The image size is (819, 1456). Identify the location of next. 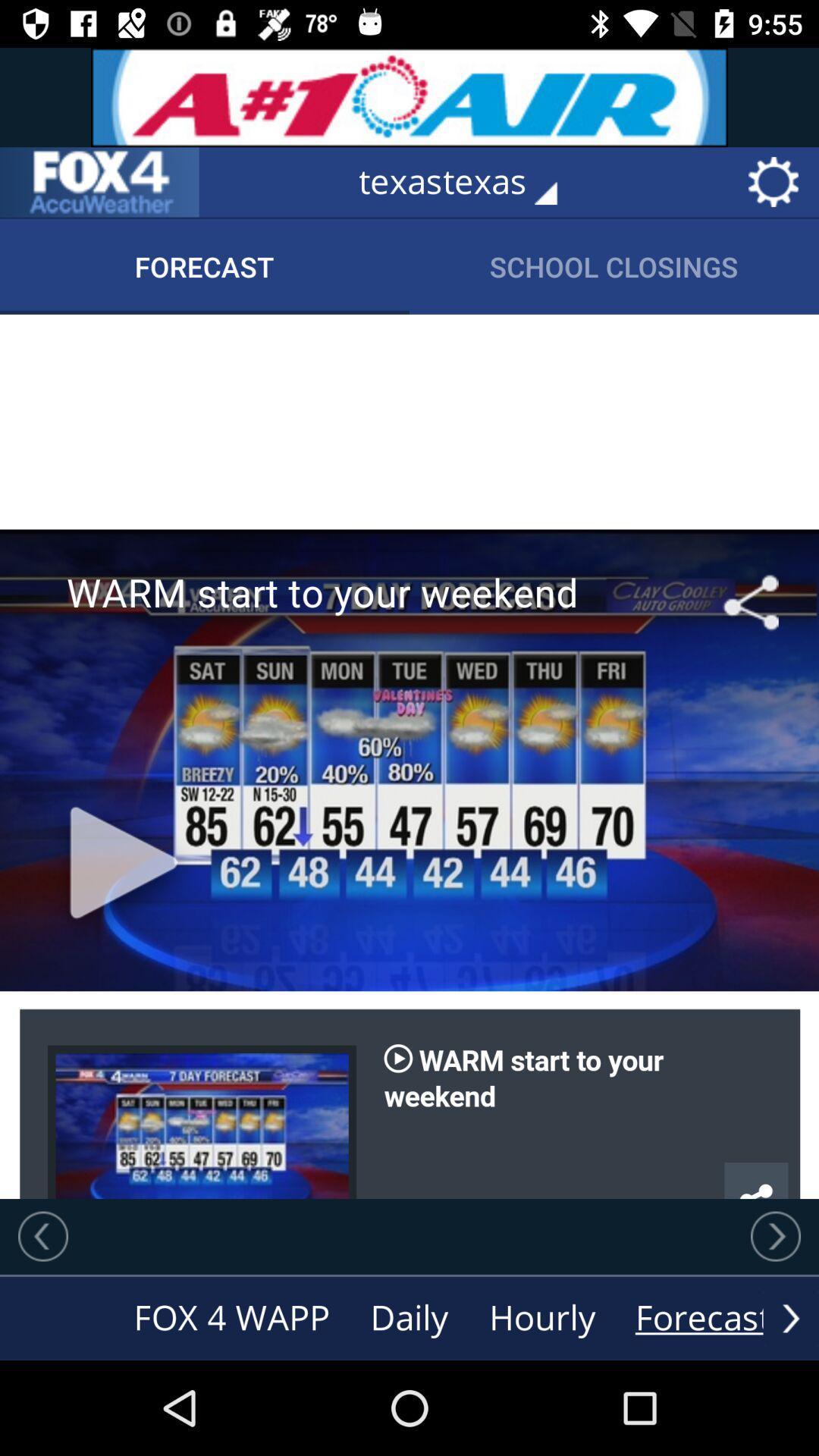
(775, 1236).